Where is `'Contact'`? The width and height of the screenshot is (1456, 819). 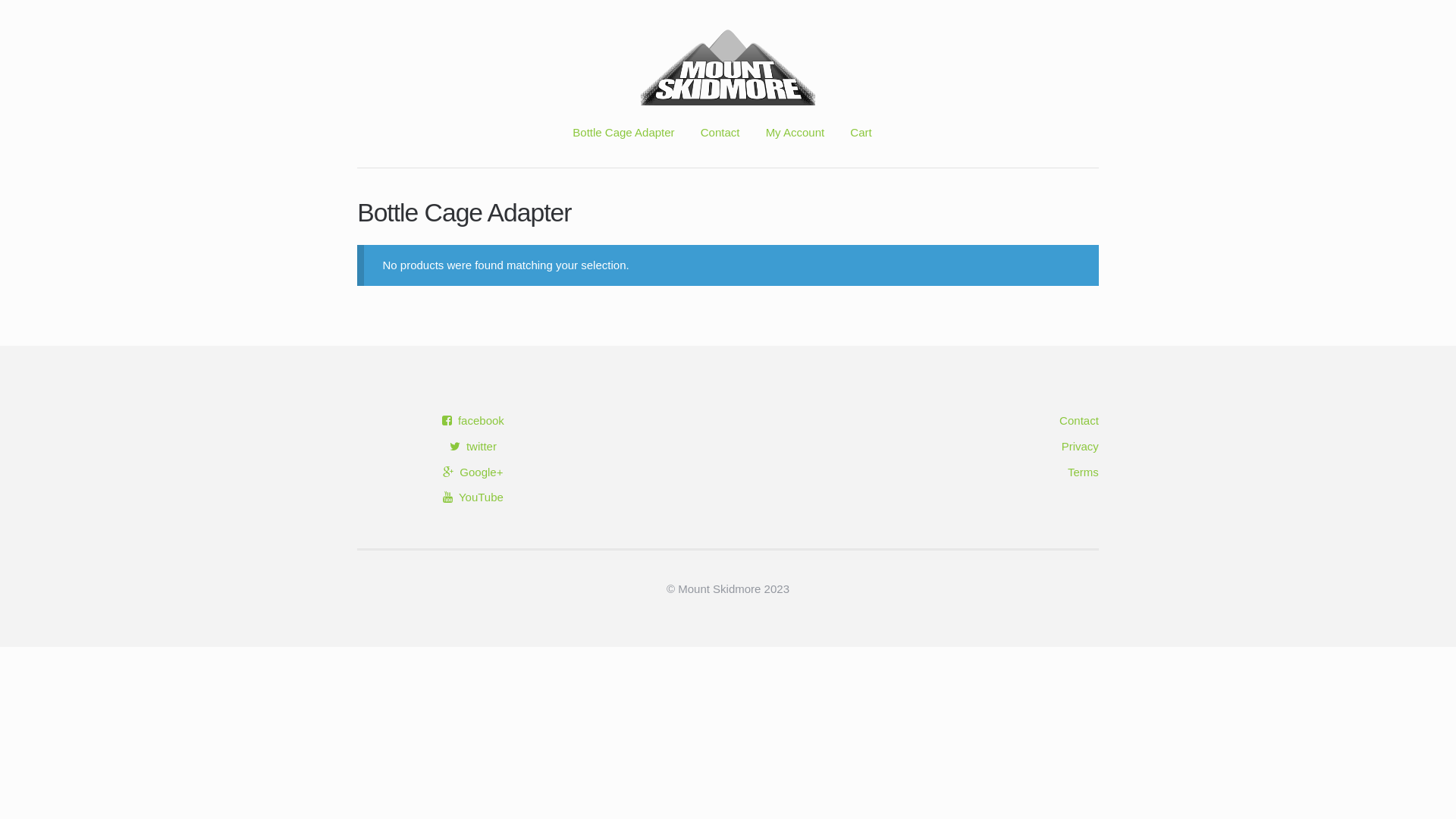
'Contact' is located at coordinates (1078, 420).